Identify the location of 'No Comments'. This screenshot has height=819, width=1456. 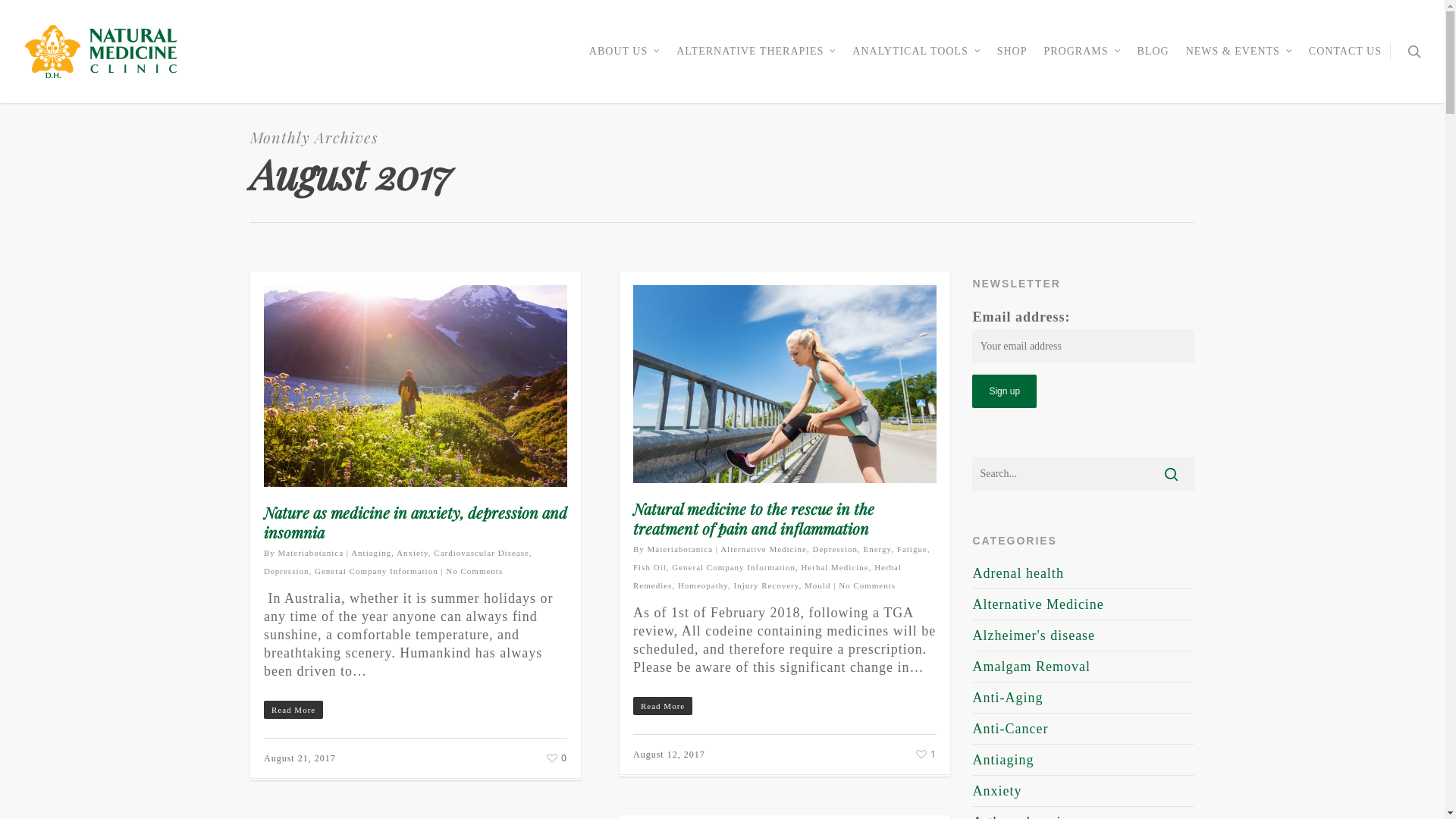
(445, 570).